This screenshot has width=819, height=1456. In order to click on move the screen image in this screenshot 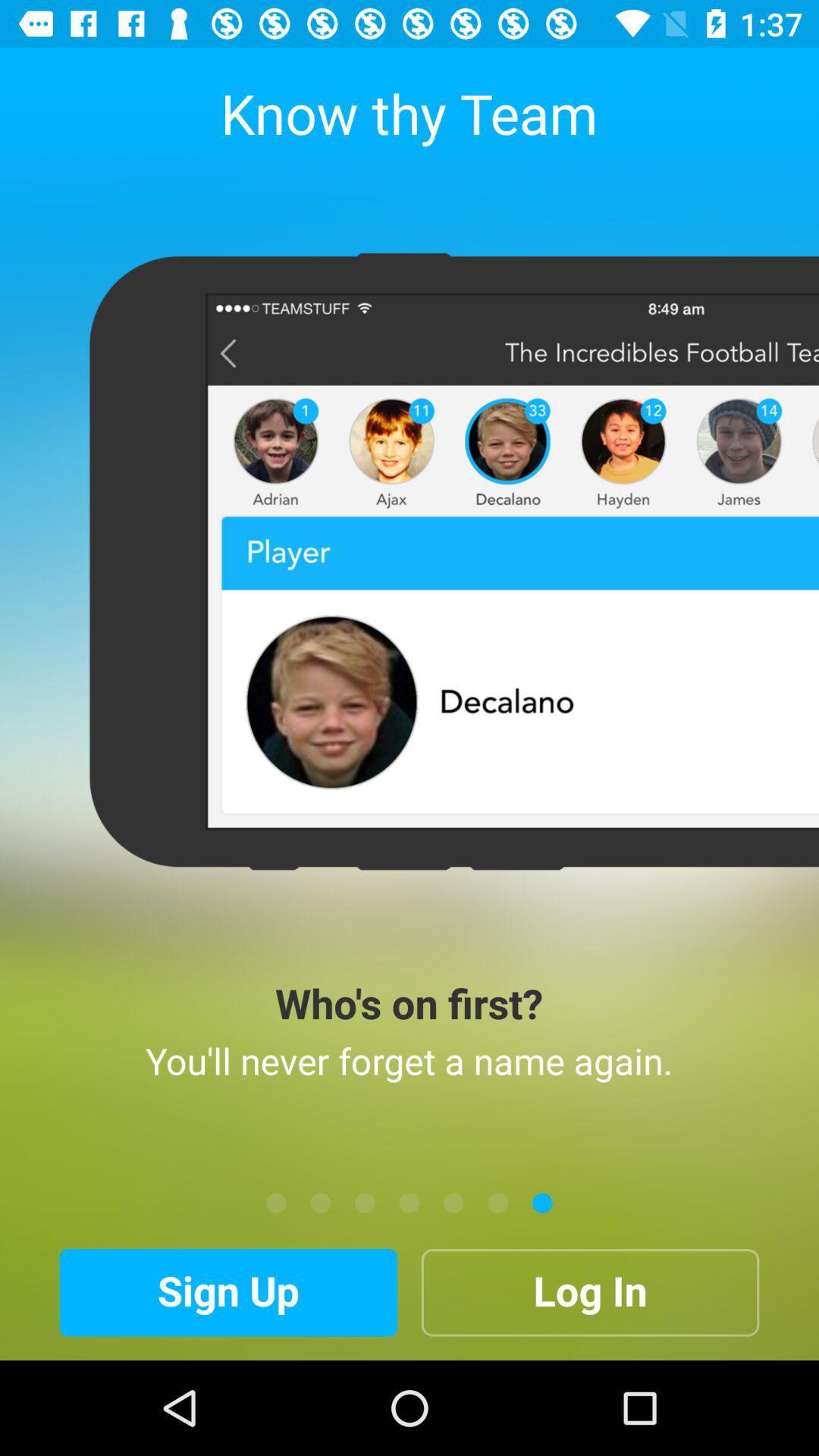, I will do `click(409, 1202)`.